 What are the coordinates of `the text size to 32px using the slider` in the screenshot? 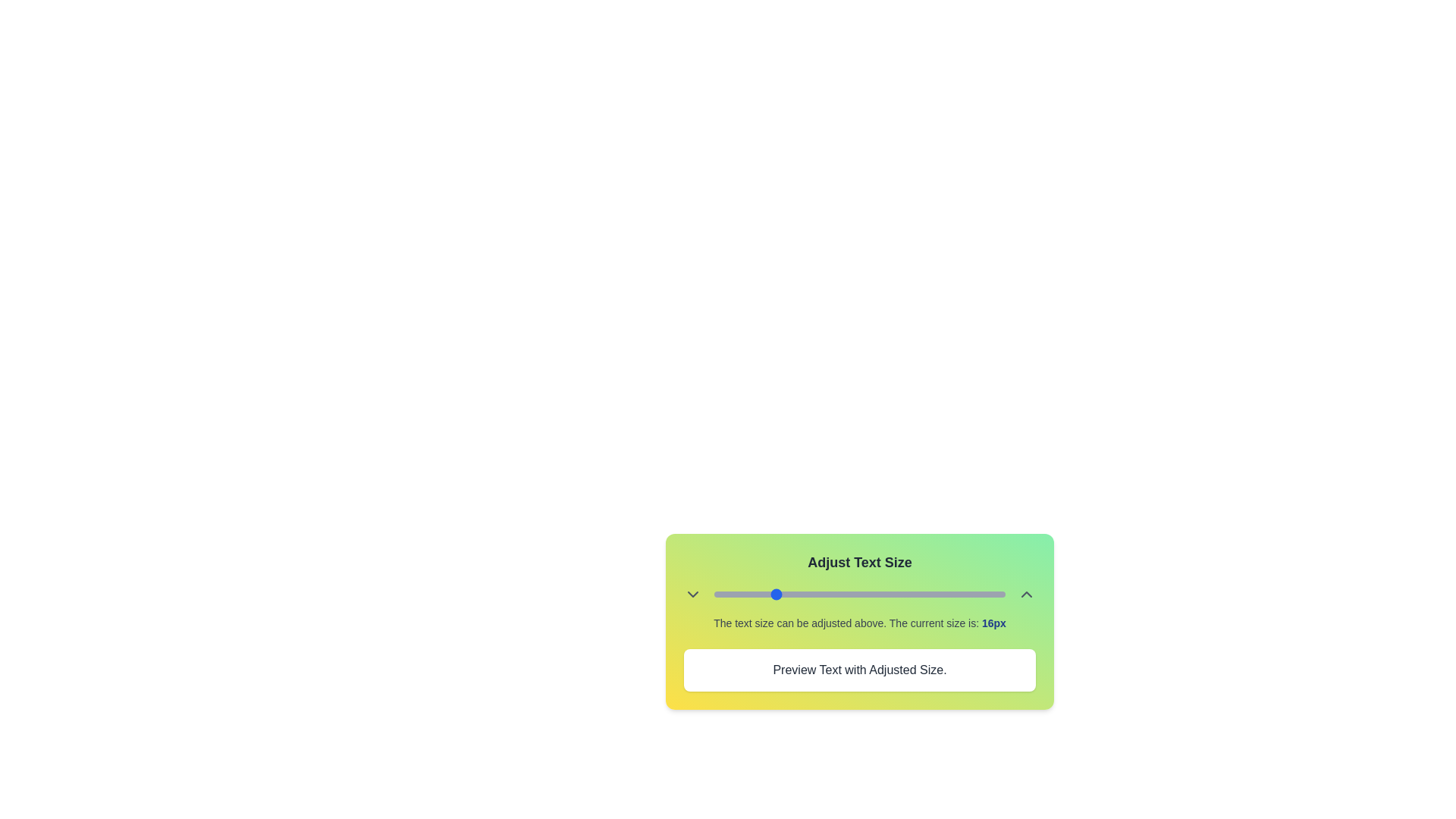 It's located at (889, 593).